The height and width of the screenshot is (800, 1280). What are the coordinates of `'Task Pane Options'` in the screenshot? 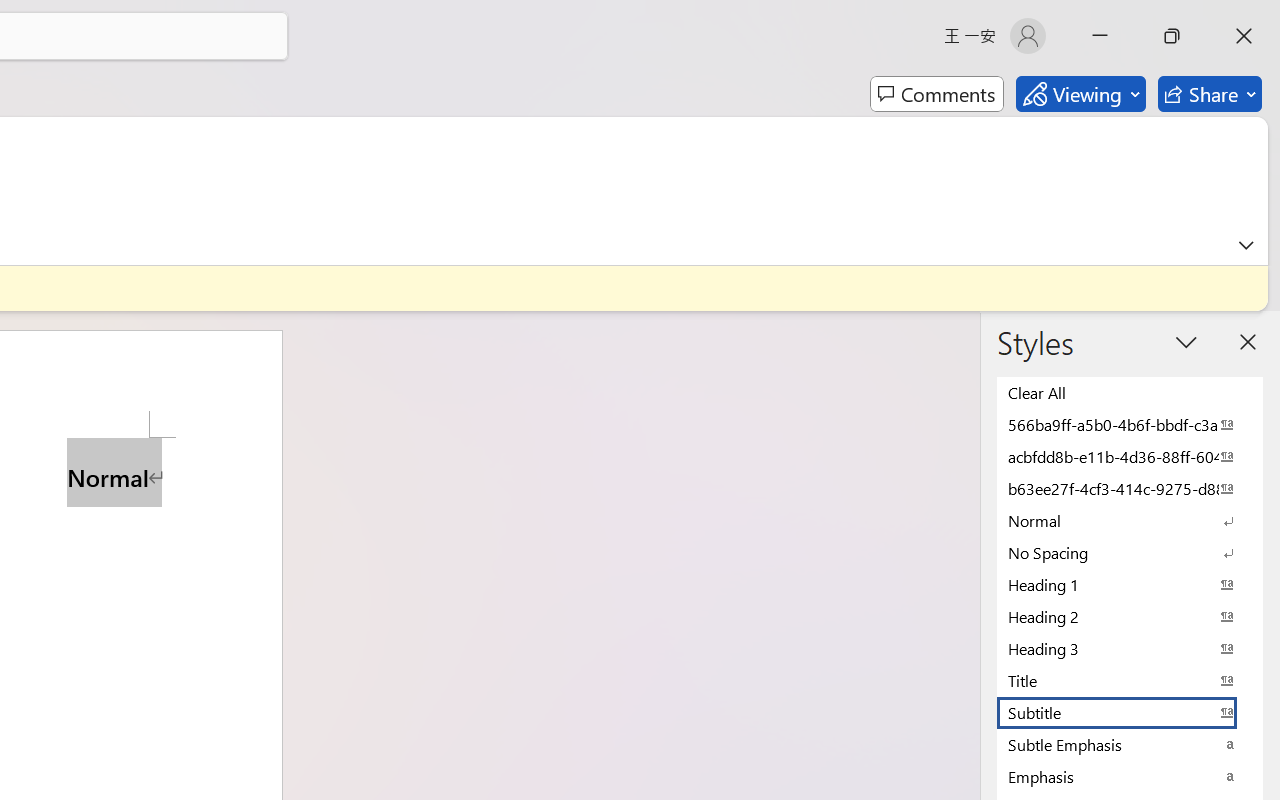 It's located at (1187, 342).